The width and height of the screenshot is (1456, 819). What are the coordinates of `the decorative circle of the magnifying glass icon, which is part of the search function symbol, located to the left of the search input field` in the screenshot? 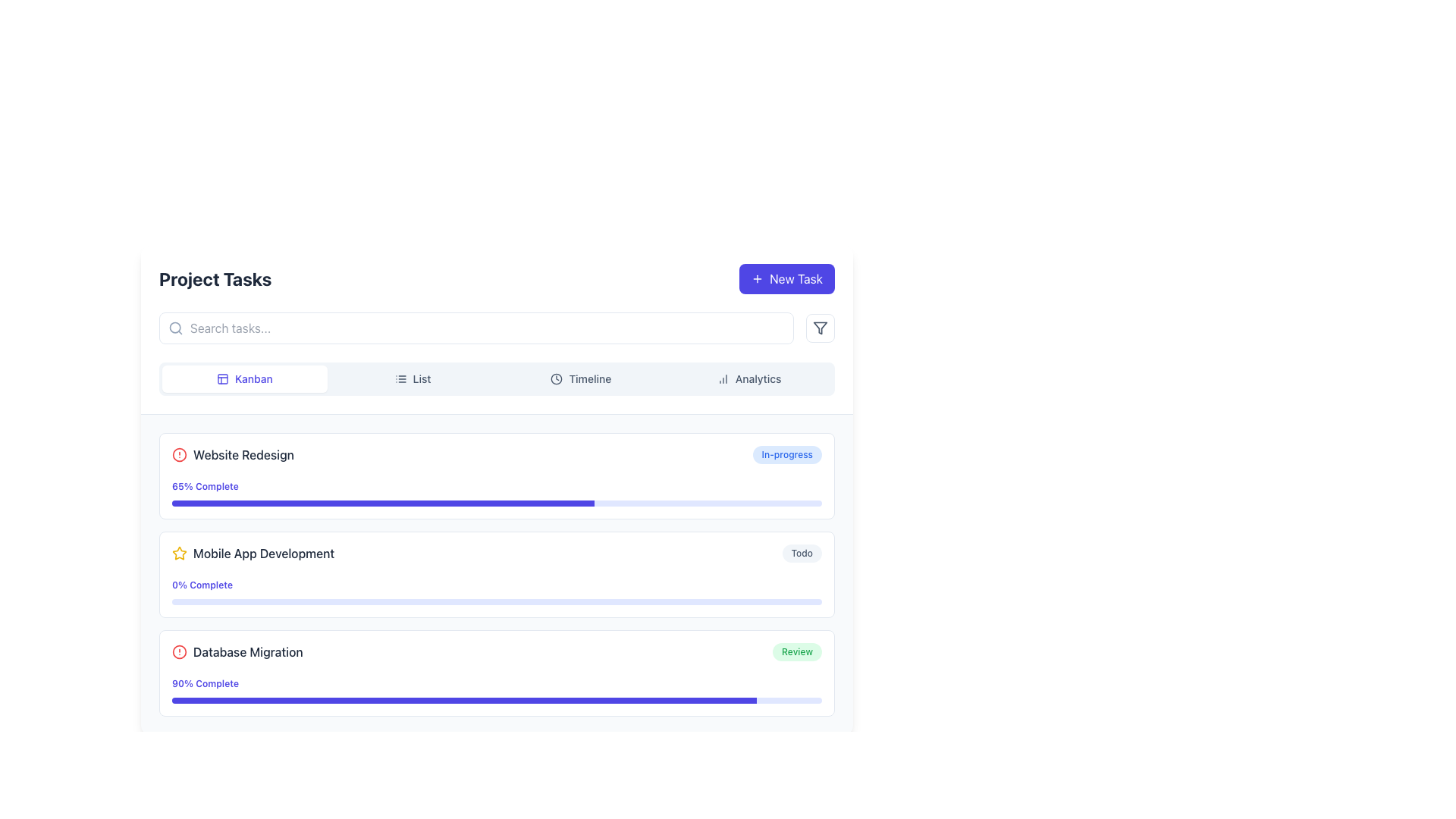 It's located at (175, 327).